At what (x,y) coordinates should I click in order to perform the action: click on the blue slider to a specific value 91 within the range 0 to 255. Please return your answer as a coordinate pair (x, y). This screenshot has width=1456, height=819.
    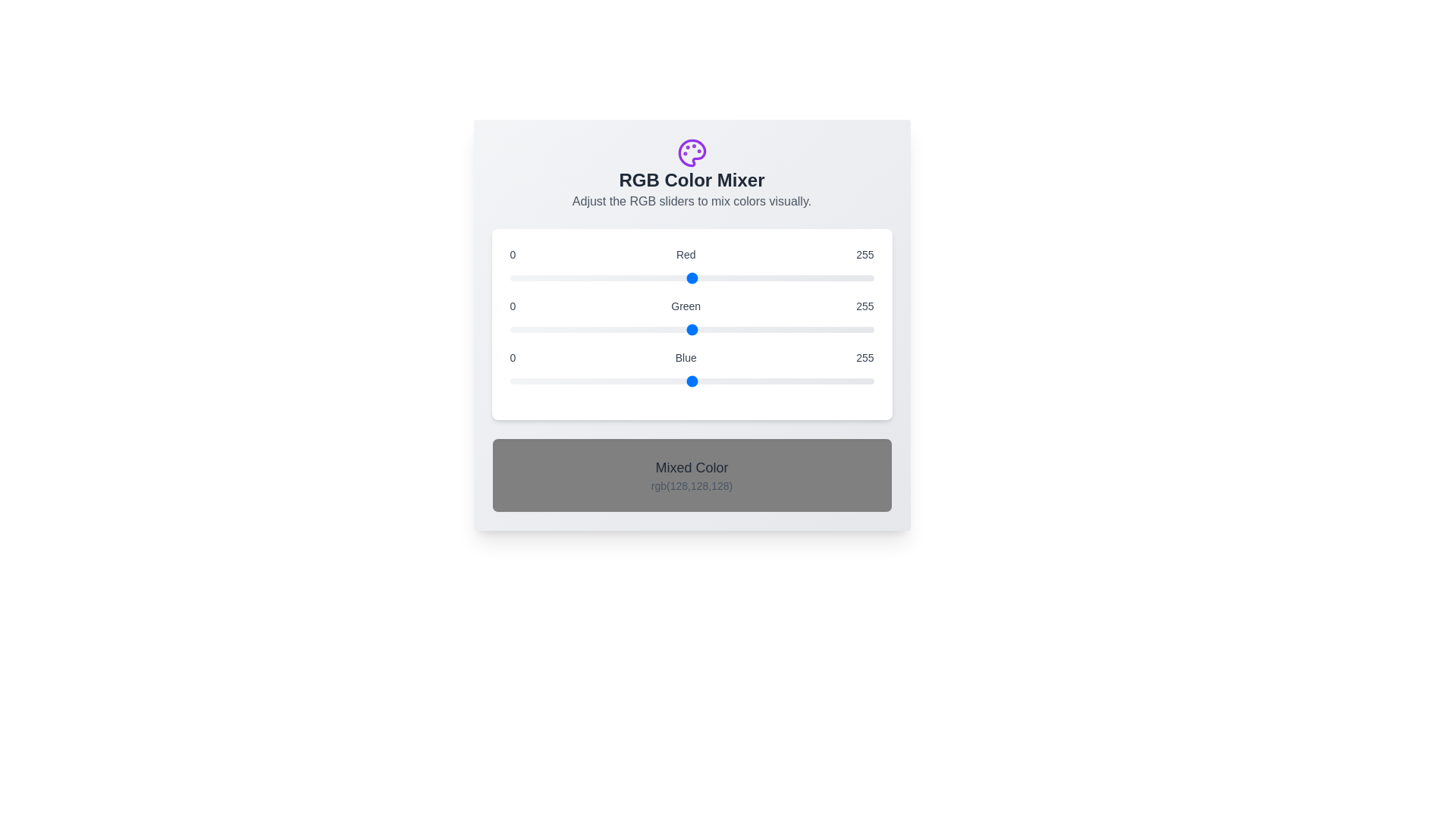
    Looking at the image, I should click on (639, 380).